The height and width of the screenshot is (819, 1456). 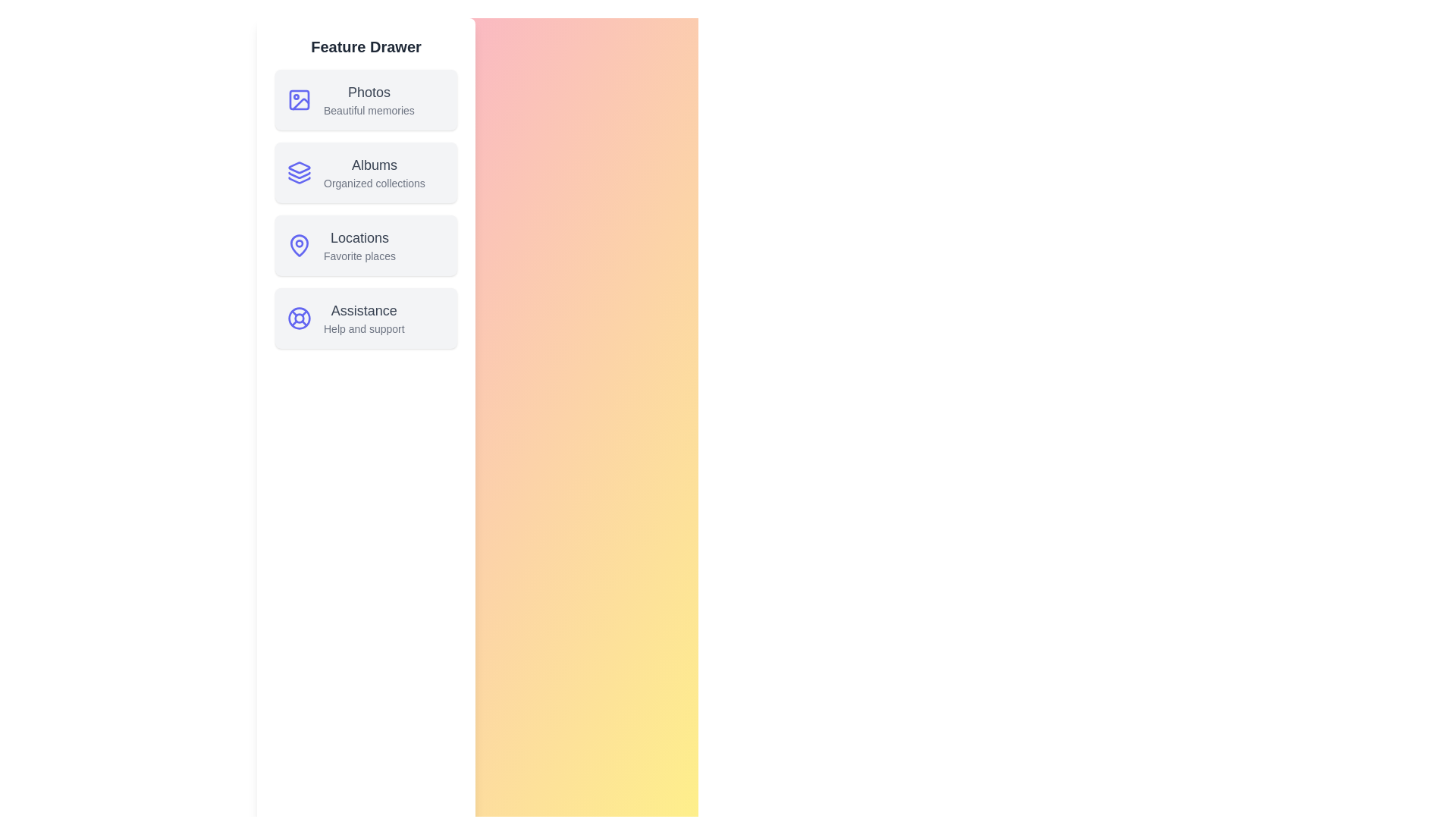 I want to click on the feature item Photos to reveal its effect, so click(x=366, y=99).